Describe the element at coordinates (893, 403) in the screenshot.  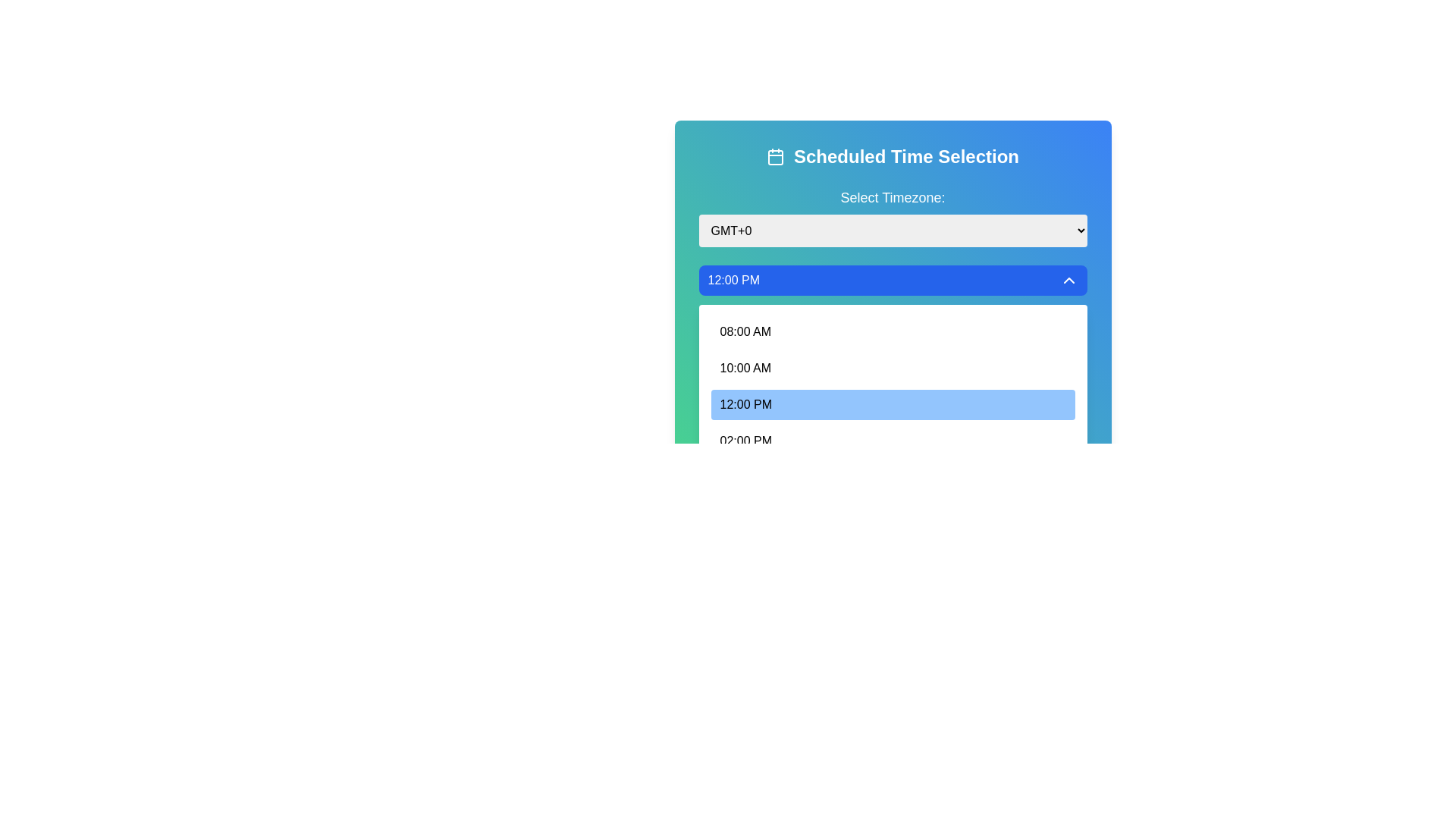
I see `the selectable list item displaying '12:00 PM'` at that location.